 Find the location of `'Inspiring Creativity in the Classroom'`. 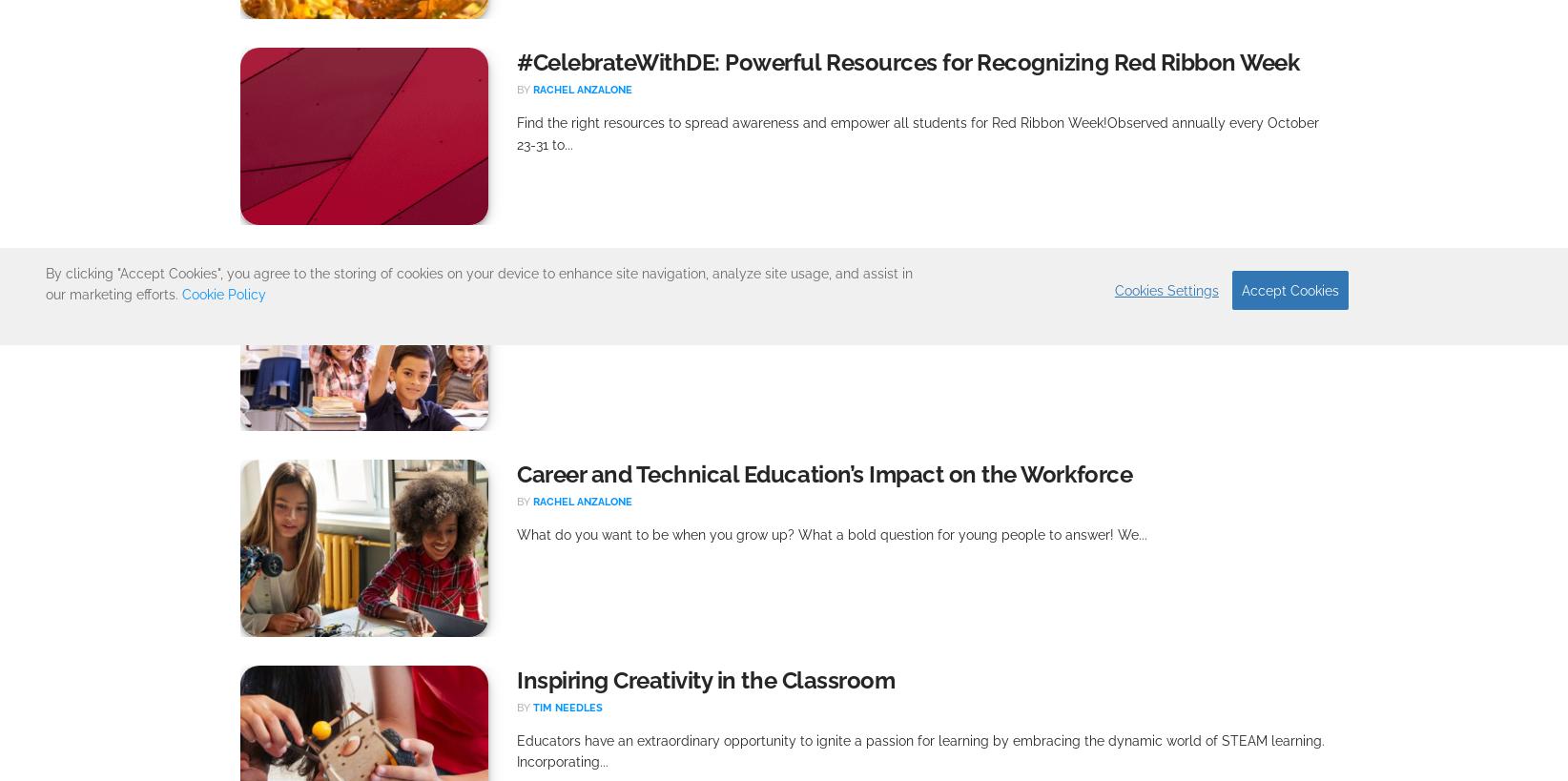

'Inspiring Creativity in the Classroom' is located at coordinates (707, 678).